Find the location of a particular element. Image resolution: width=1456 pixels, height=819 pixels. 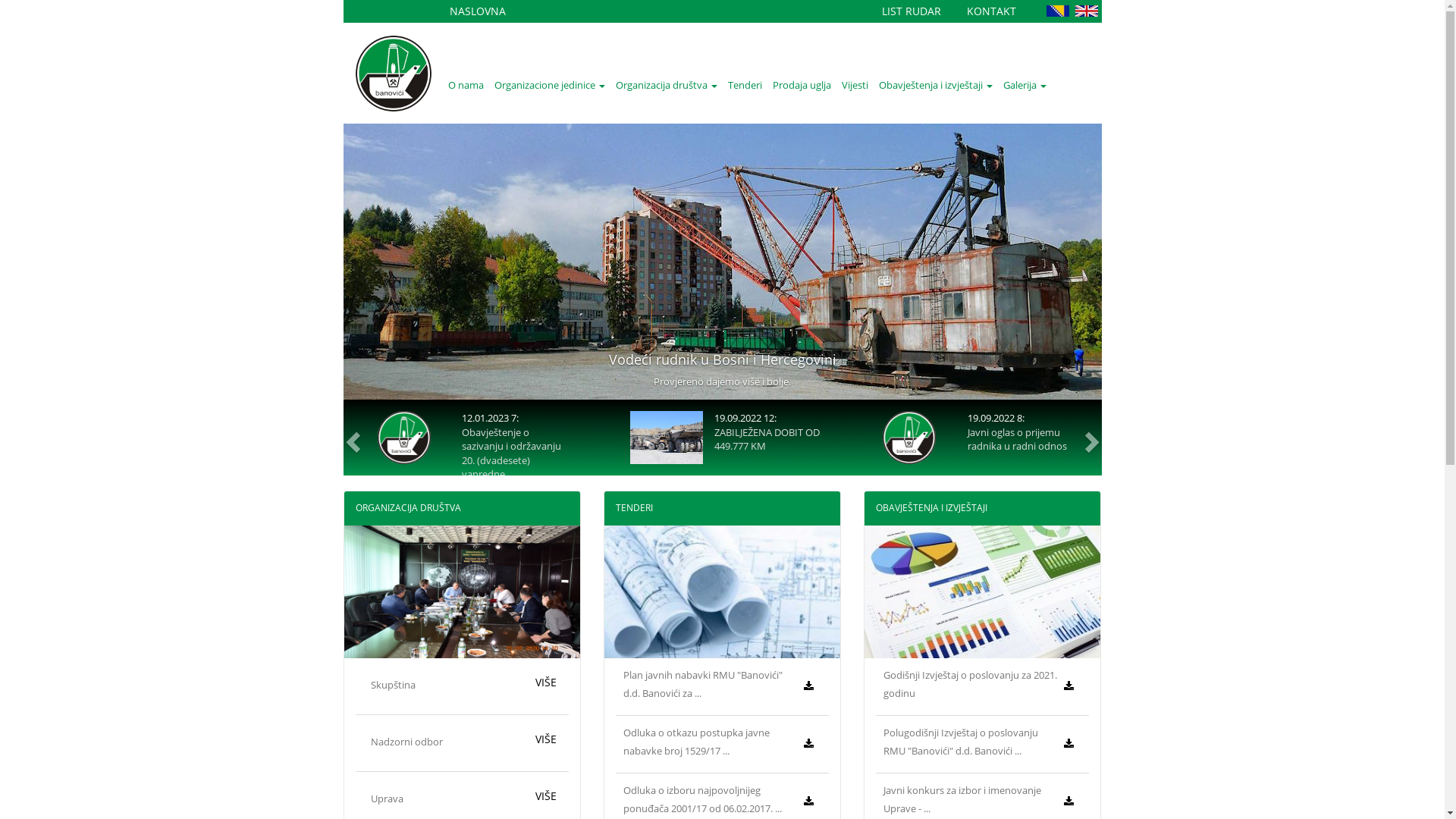

'Prethodni' is located at coordinates (349, 438).